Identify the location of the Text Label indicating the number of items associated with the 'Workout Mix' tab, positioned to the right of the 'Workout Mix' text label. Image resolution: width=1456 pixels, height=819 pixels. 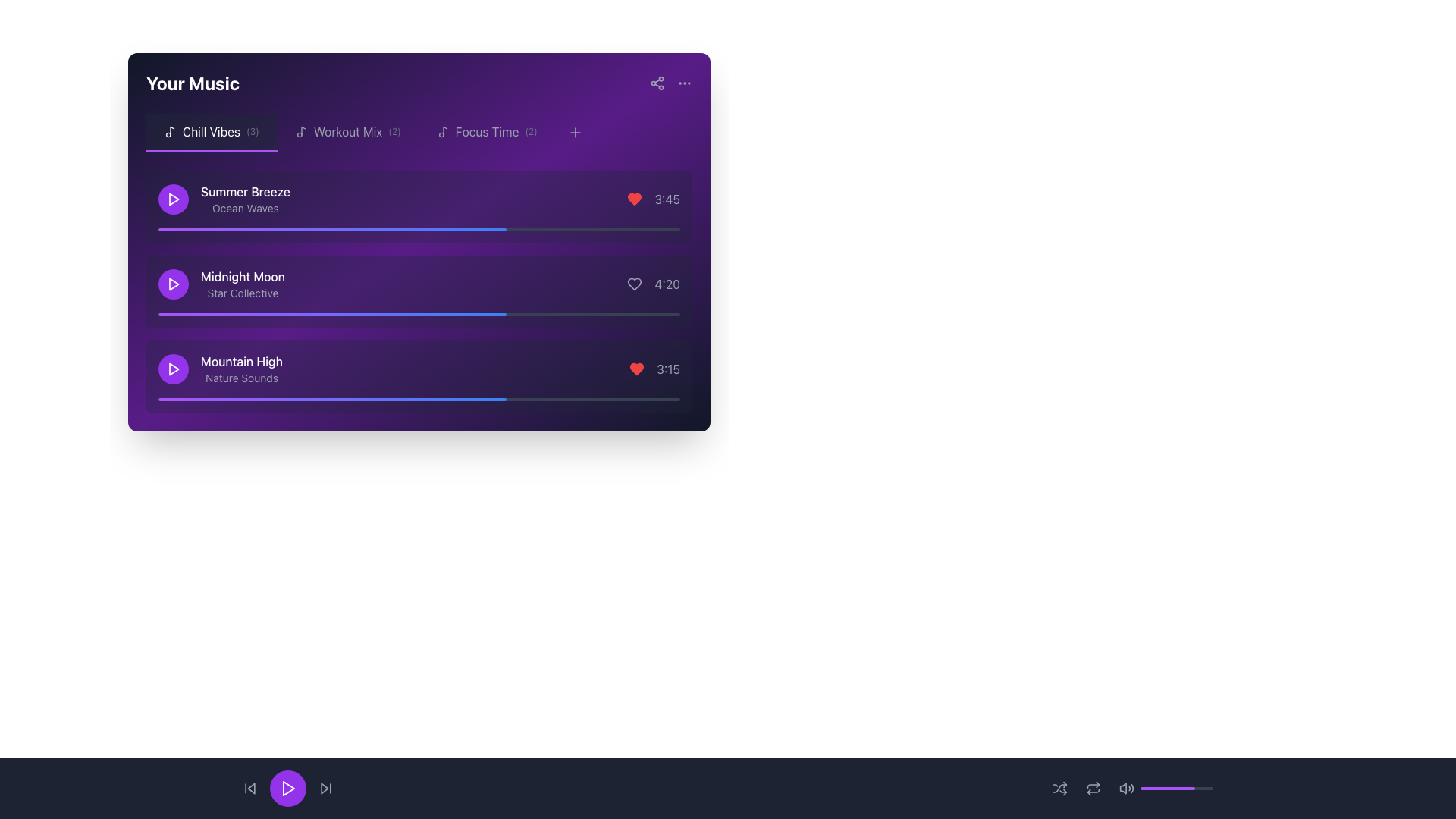
(394, 130).